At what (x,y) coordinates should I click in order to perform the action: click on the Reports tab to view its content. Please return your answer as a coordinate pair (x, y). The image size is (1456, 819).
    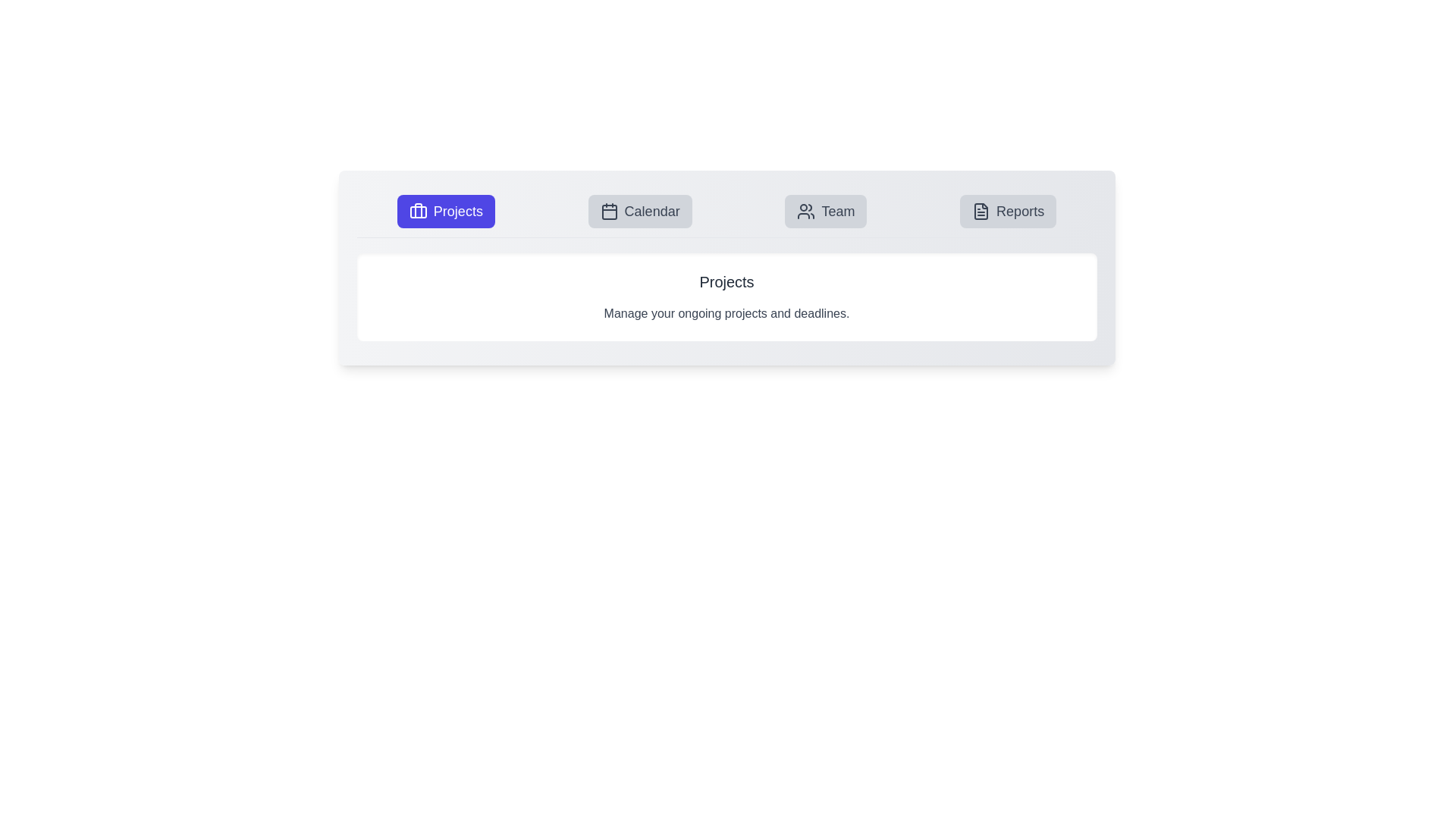
    Looking at the image, I should click on (1008, 211).